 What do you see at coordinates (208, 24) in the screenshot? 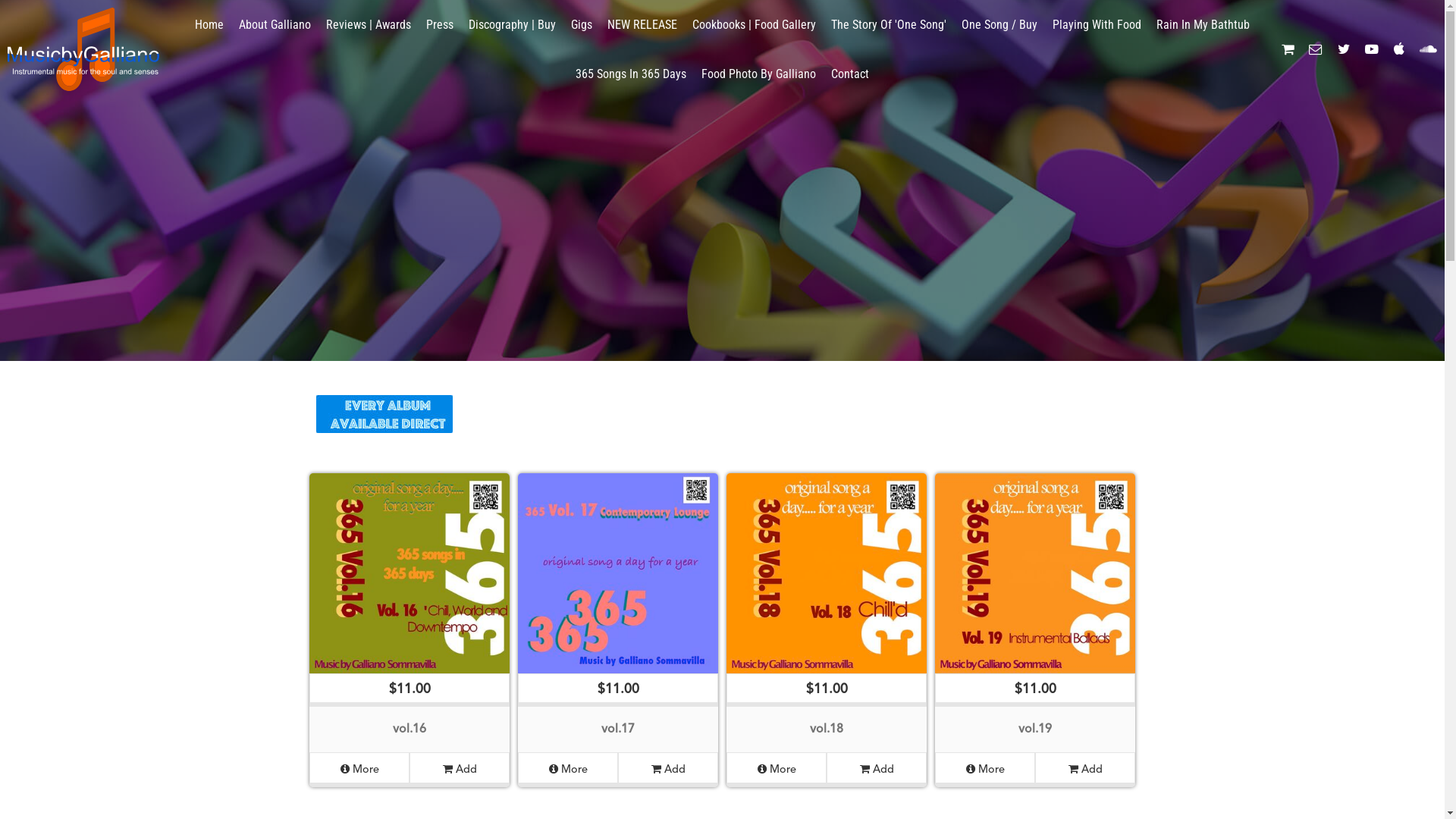
I see `'Home'` at bounding box center [208, 24].